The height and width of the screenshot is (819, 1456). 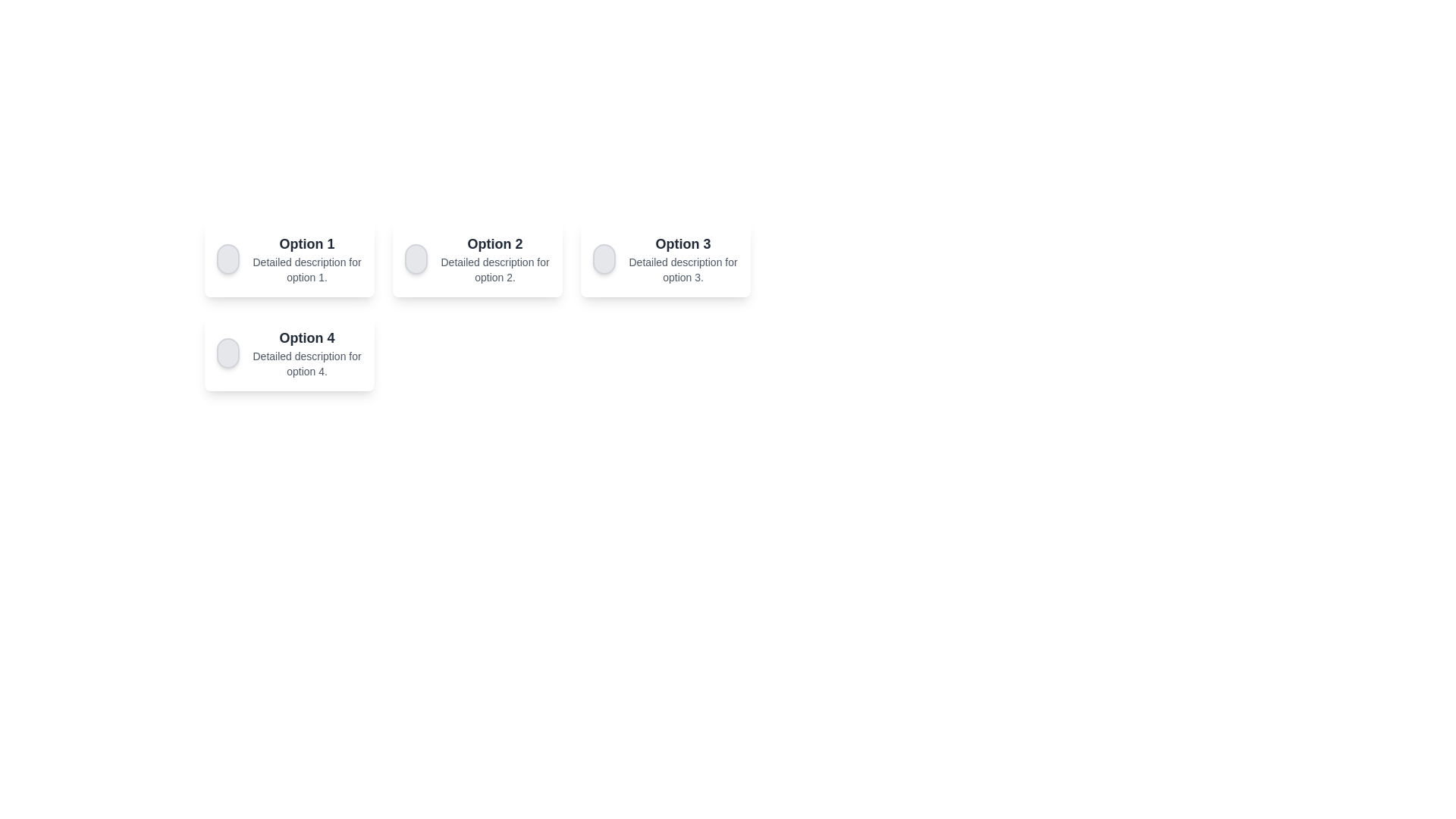 I want to click on the Card element titled 'Option 1' that has a bold header and a circular badge, located in the upper-left corner of a grid layout, so click(x=290, y=259).